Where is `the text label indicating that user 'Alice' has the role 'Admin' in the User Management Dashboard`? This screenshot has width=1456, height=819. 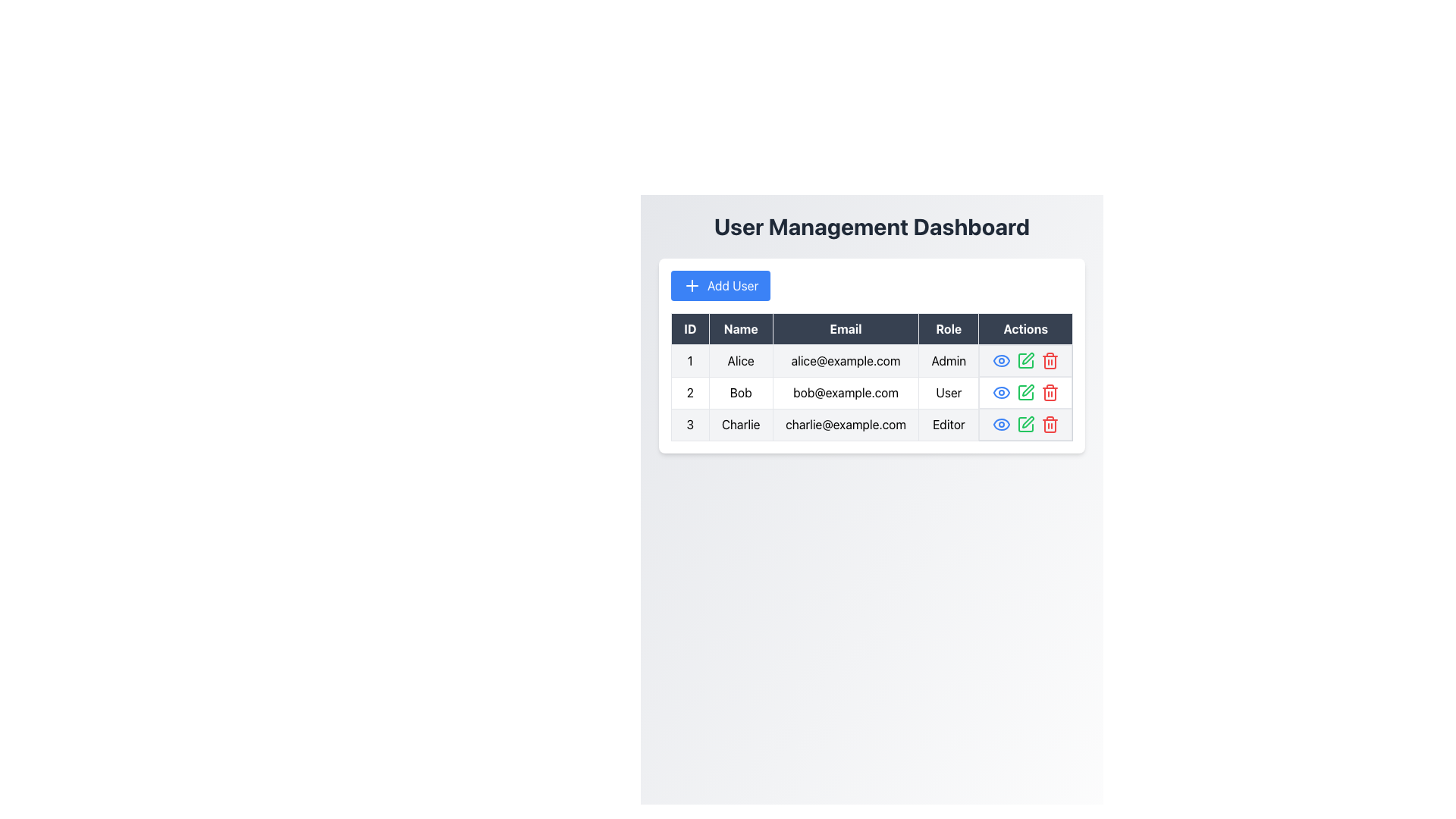
the text label indicating that user 'Alice' has the role 'Admin' in the User Management Dashboard is located at coordinates (948, 360).